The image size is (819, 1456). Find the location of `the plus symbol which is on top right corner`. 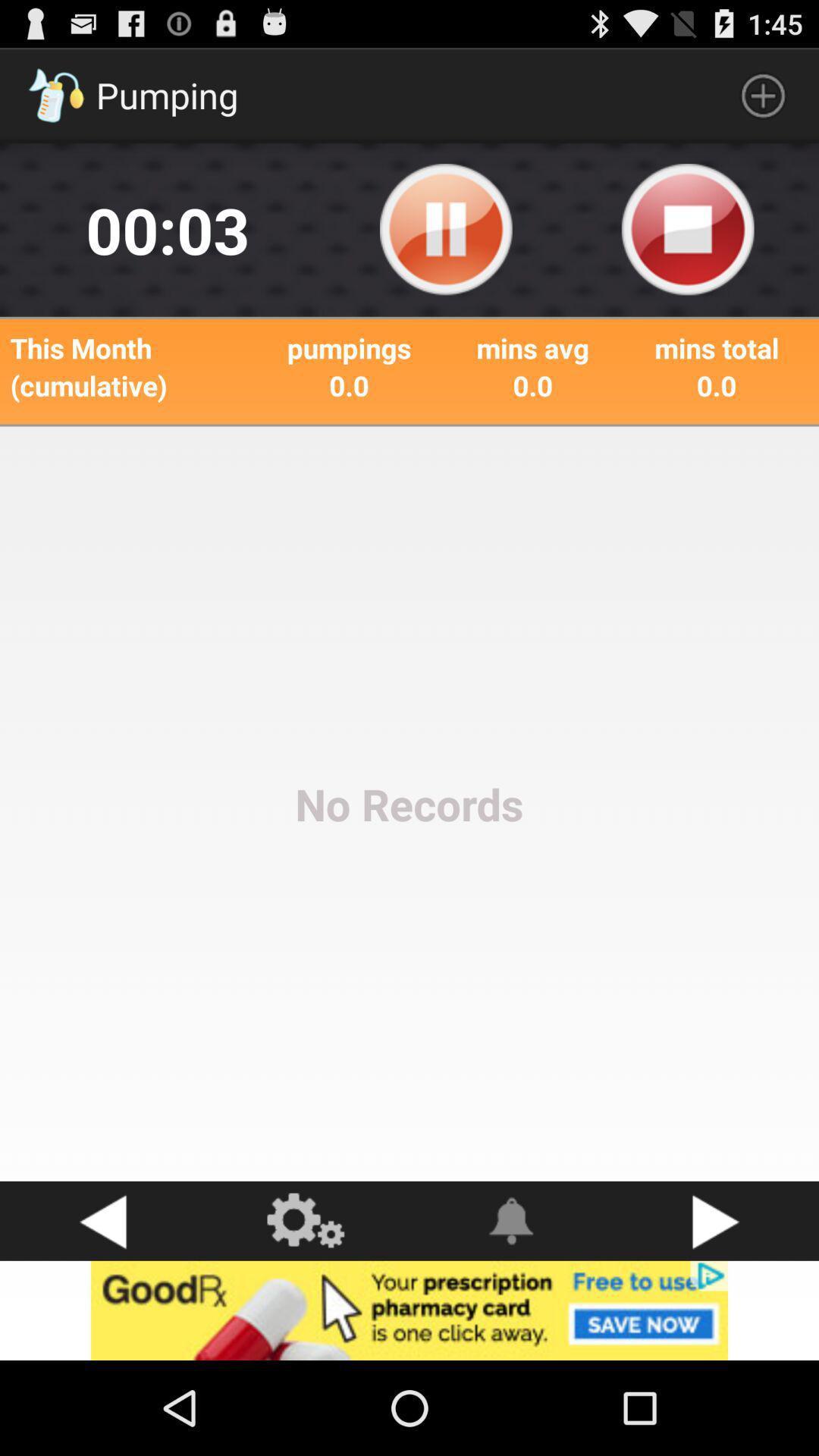

the plus symbol which is on top right corner is located at coordinates (763, 94).